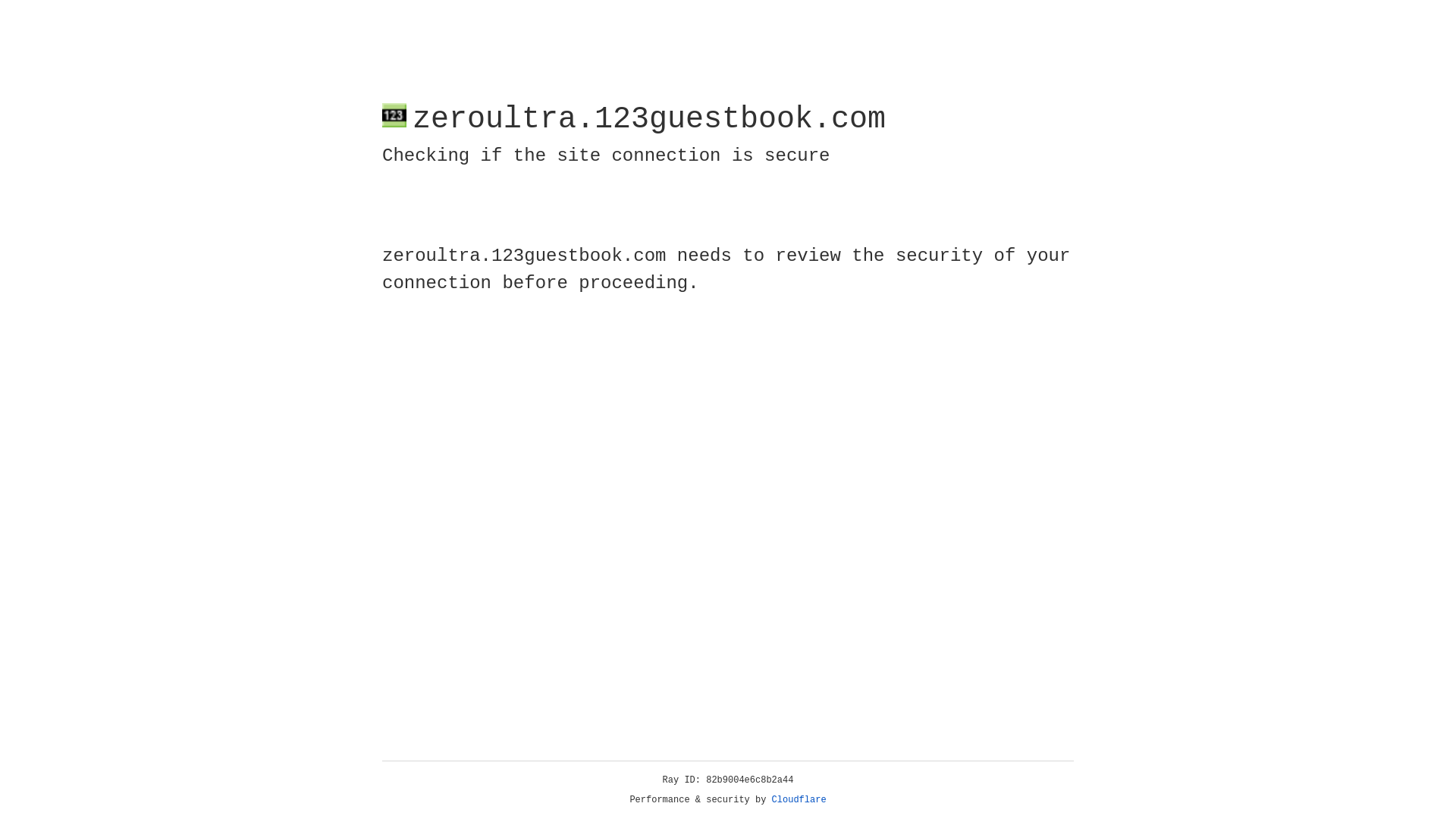  I want to click on 'Cloudflare', so click(771, 799).